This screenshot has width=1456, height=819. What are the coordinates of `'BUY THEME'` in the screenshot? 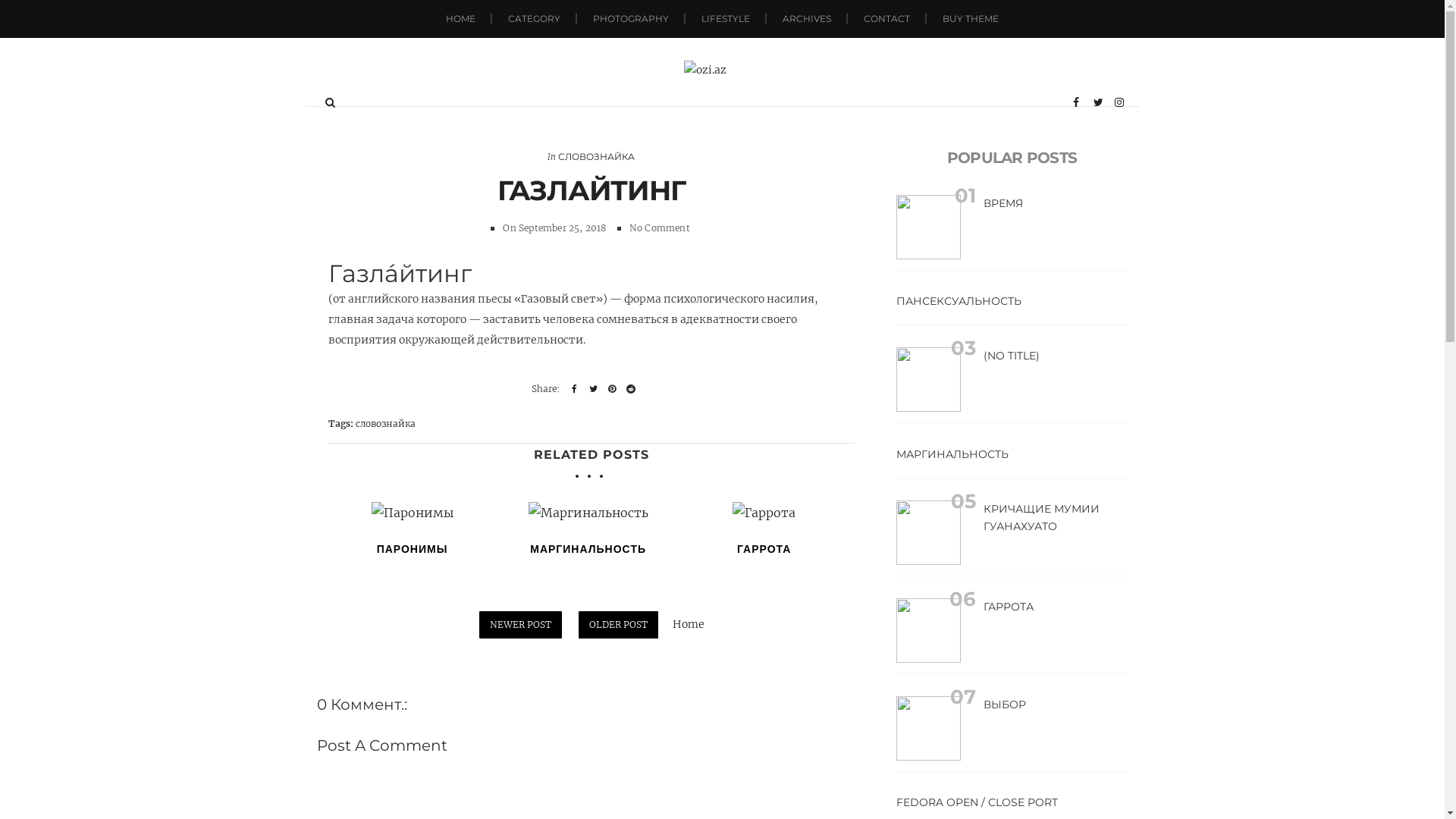 It's located at (971, 18).